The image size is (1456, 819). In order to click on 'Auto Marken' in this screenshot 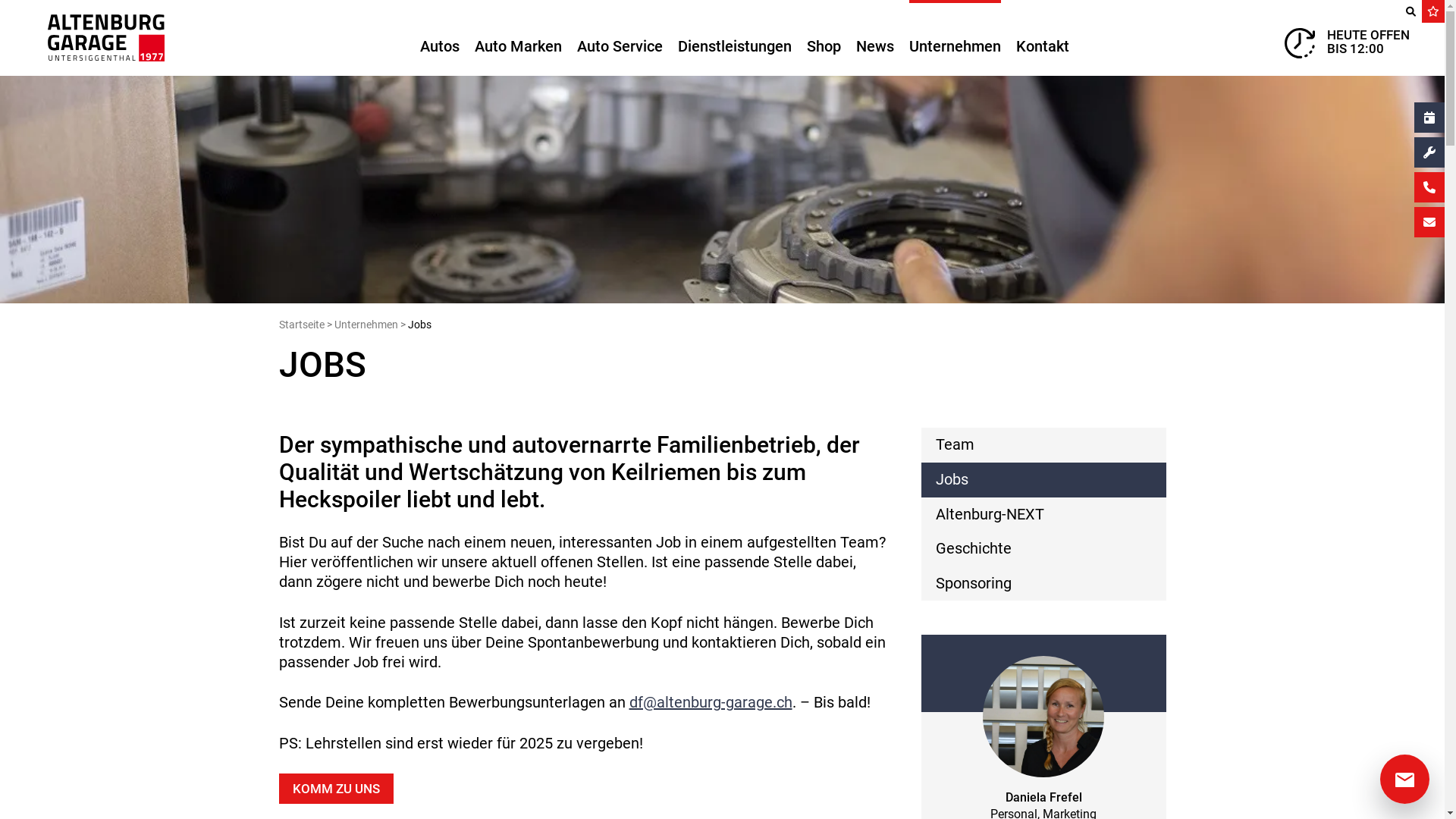, I will do `click(518, 37)`.